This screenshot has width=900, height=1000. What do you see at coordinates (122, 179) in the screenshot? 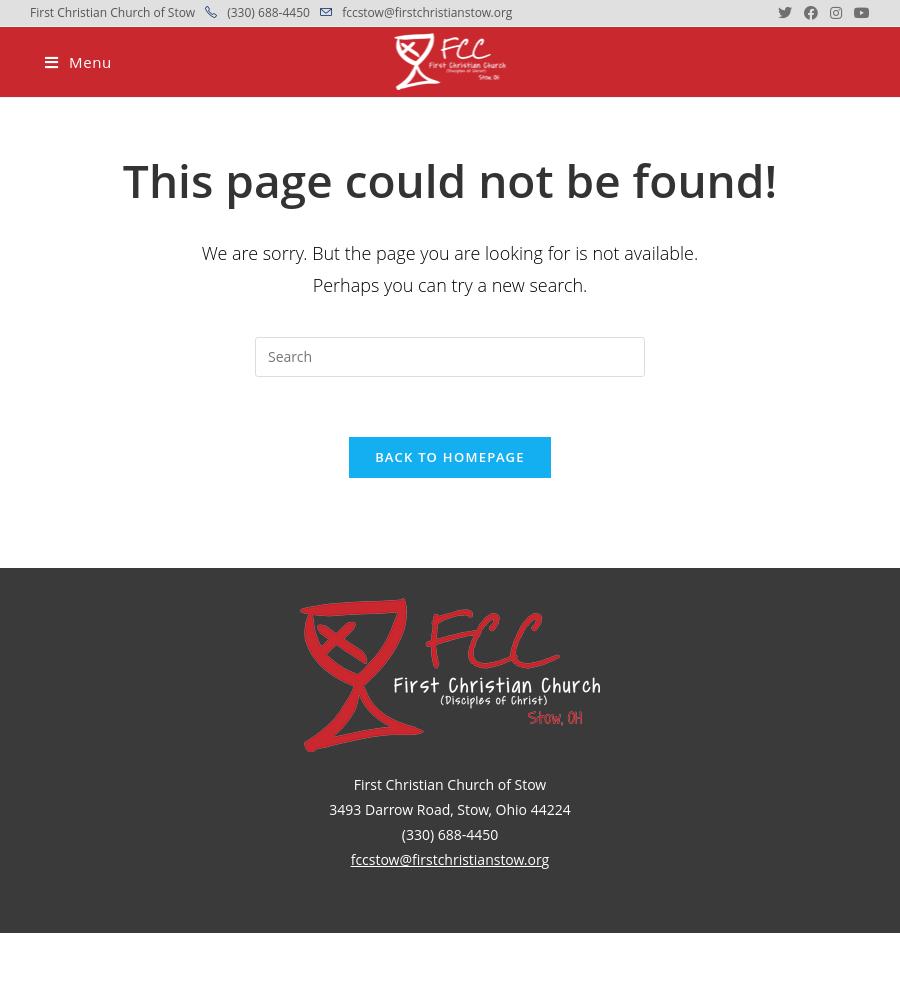
I see `'This page could not be found!'` at bounding box center [122, 179].